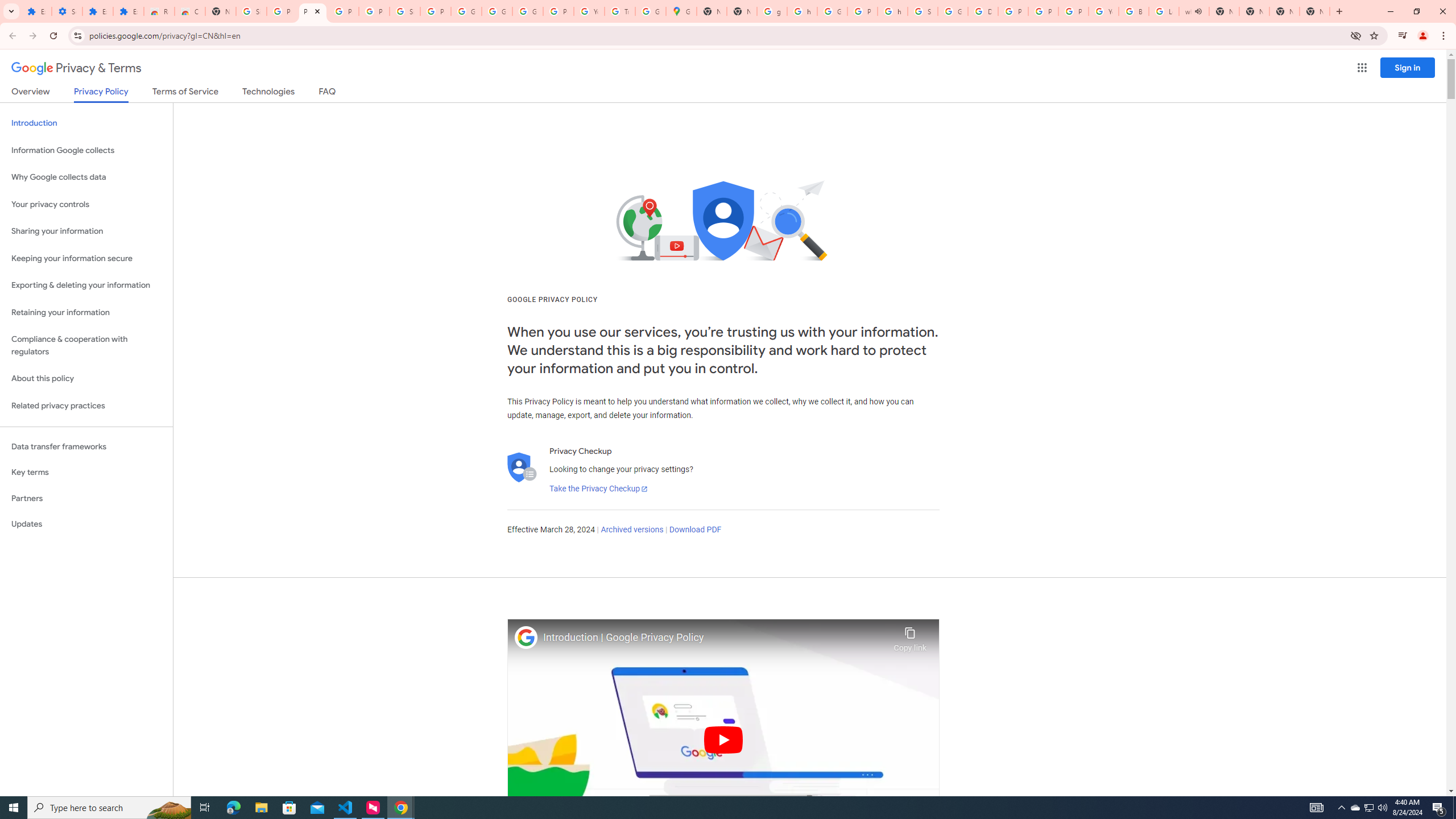 The height and width of the screenshot is (819, 1456). Describe the element at coordinates (1198, 11) in the screenshot. I see `'Mute tab'` at that location.